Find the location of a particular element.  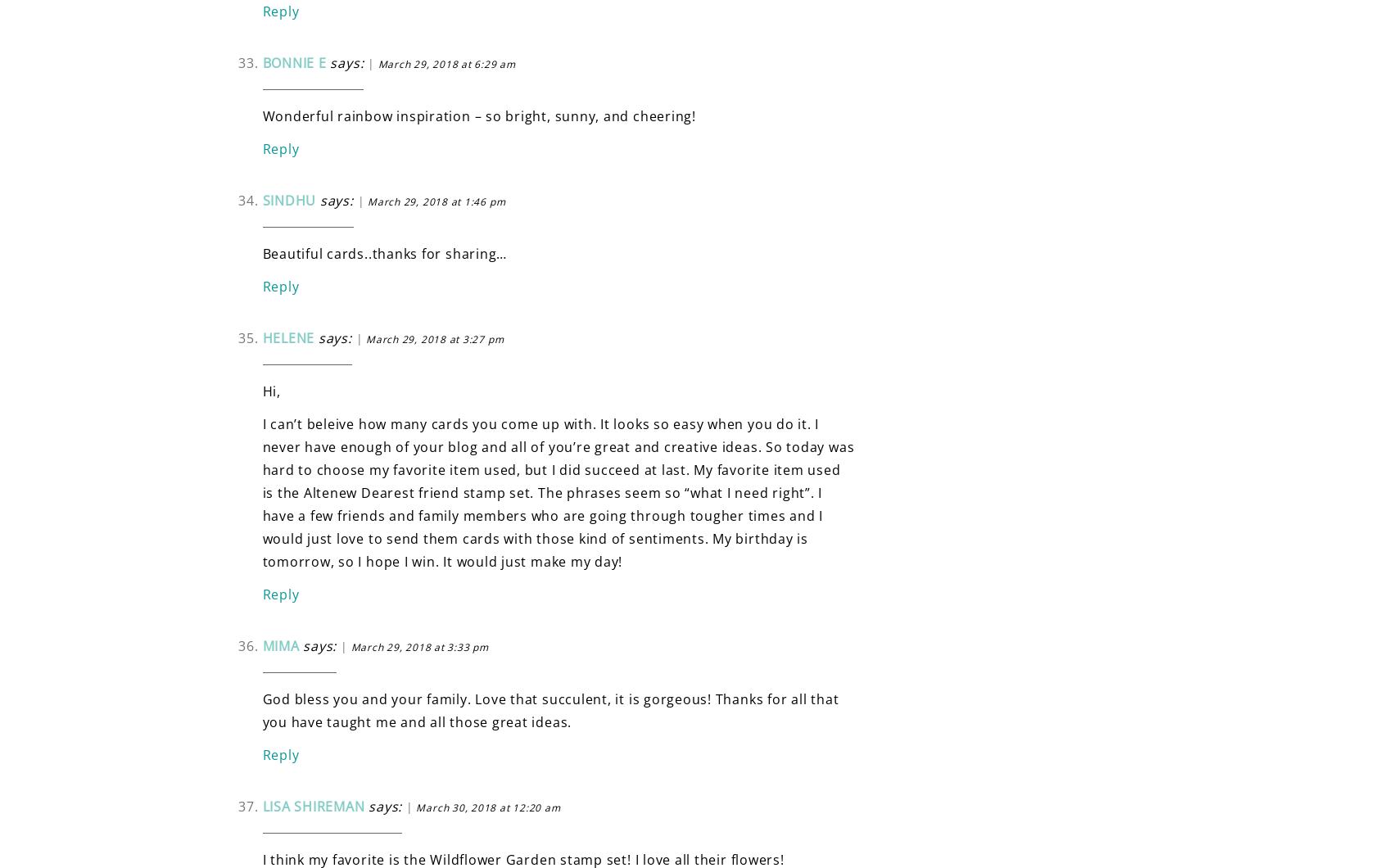

'I can’t beleive how many cards you come up with. It looks so easy when you do it. I never have enough of your blog and all of you’re great and creative ideas. So today was hard to choose my favorite item used, but I did succeed at last. My favorite item used is the Altenew Dearest friend stamp set. The phrases seem so “what I need right”.  I have a few friends and family members who are going through tougher times and I would just love to send them cards with those kind of sentiments. My birthday is tomorrow, so I hope I win. It would just make my day!' is located at coordinates (261, 492).